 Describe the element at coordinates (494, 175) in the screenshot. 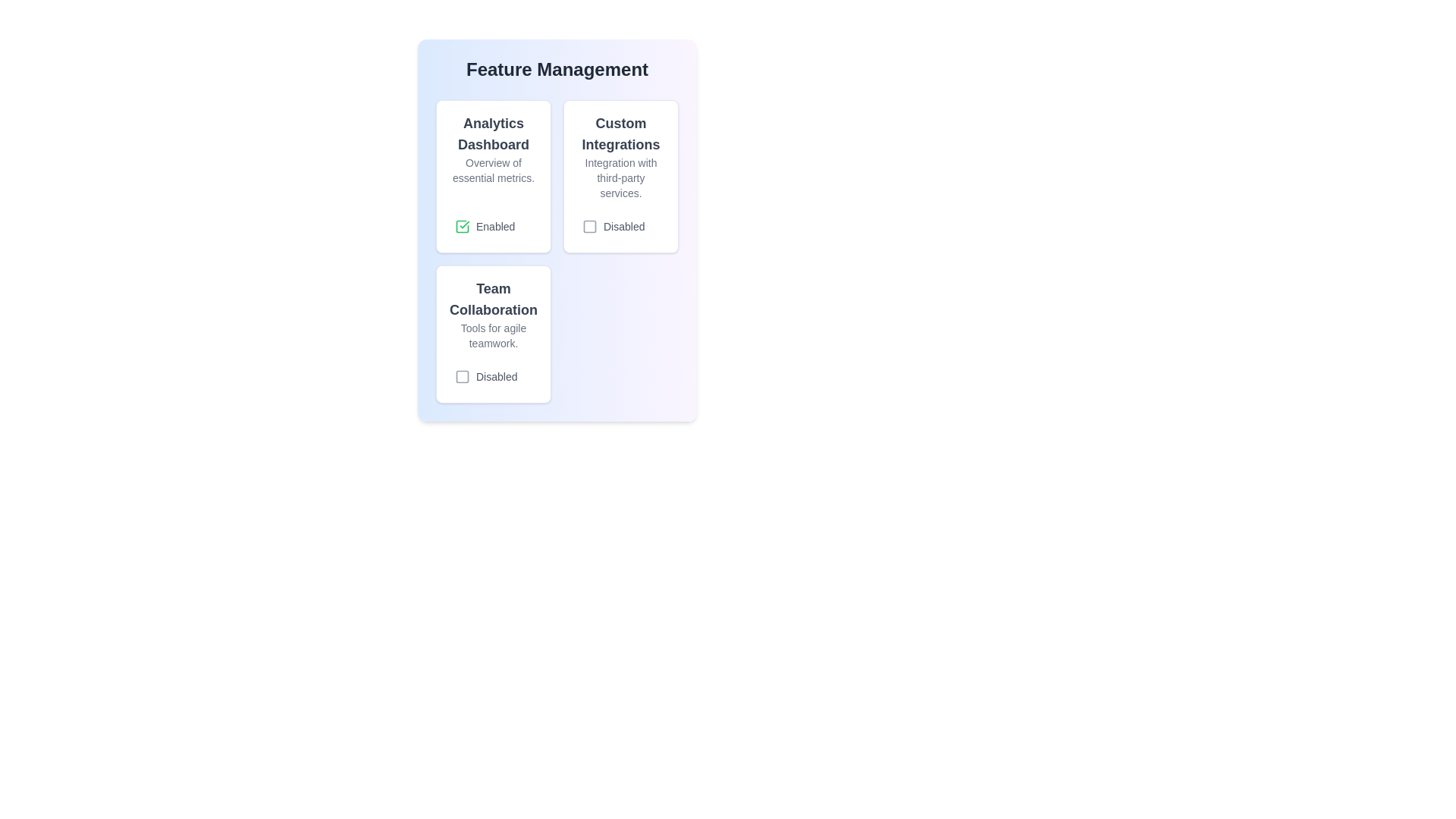

I see `the 'Analytics Dashboard' information card located in the upper-left corner of the grid layout to activate hover effects` at that location.